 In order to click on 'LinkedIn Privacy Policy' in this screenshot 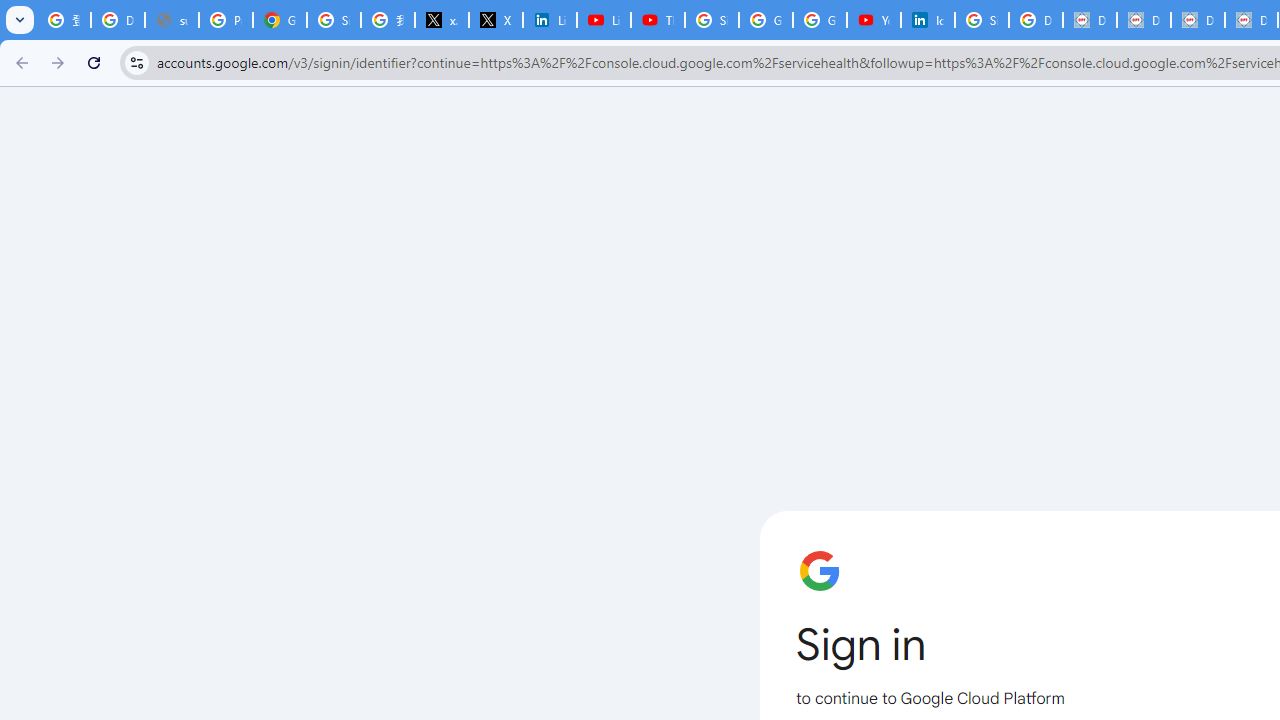, I will do `click(550, 20)`.